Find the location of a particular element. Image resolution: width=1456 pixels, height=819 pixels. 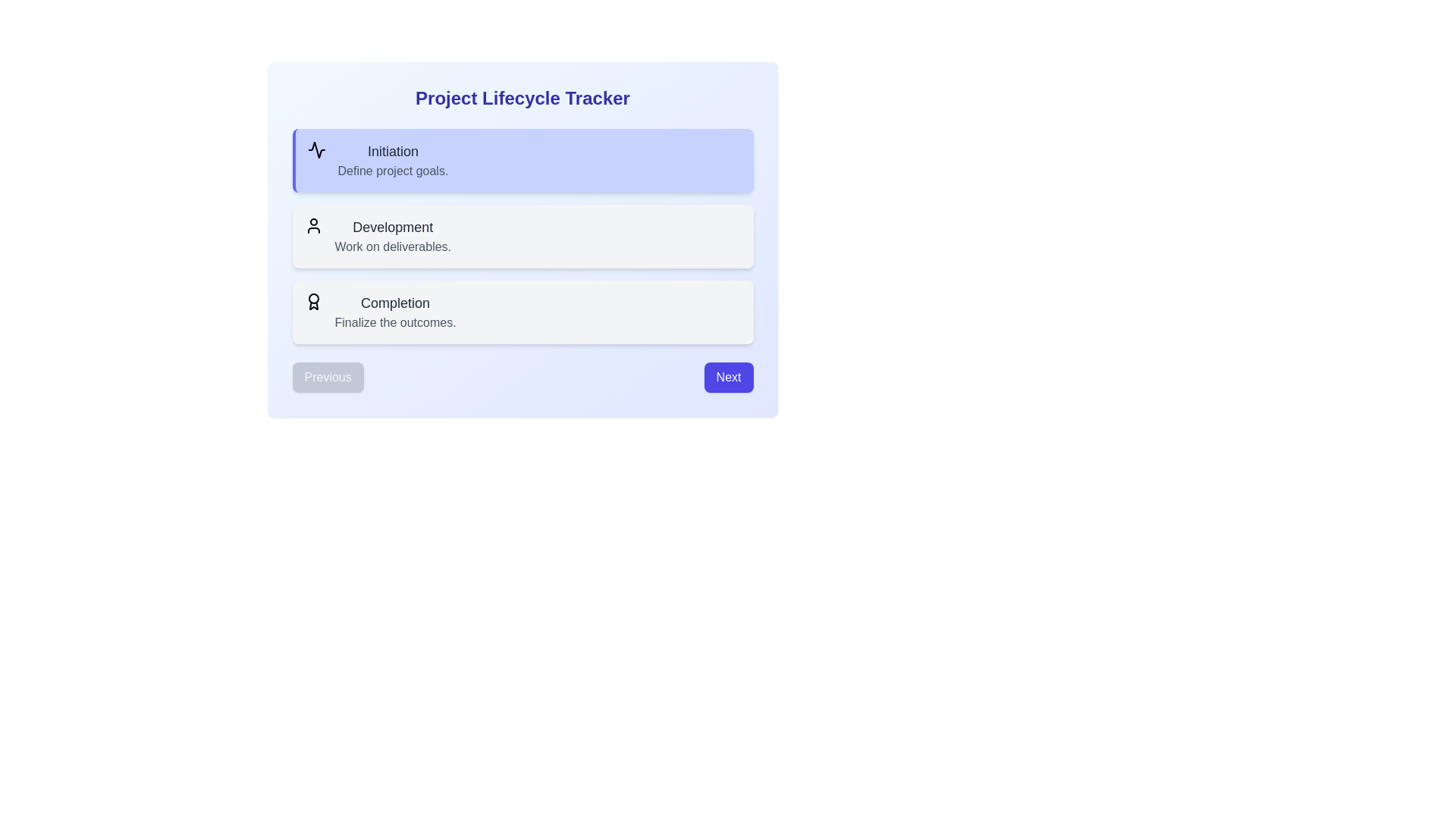

the text block titled 'Initiation' that describes the phase in the project lifecycle, located within the first card under the 'Project Lifecycle Tracker' header is located at coordinates (393, 161).